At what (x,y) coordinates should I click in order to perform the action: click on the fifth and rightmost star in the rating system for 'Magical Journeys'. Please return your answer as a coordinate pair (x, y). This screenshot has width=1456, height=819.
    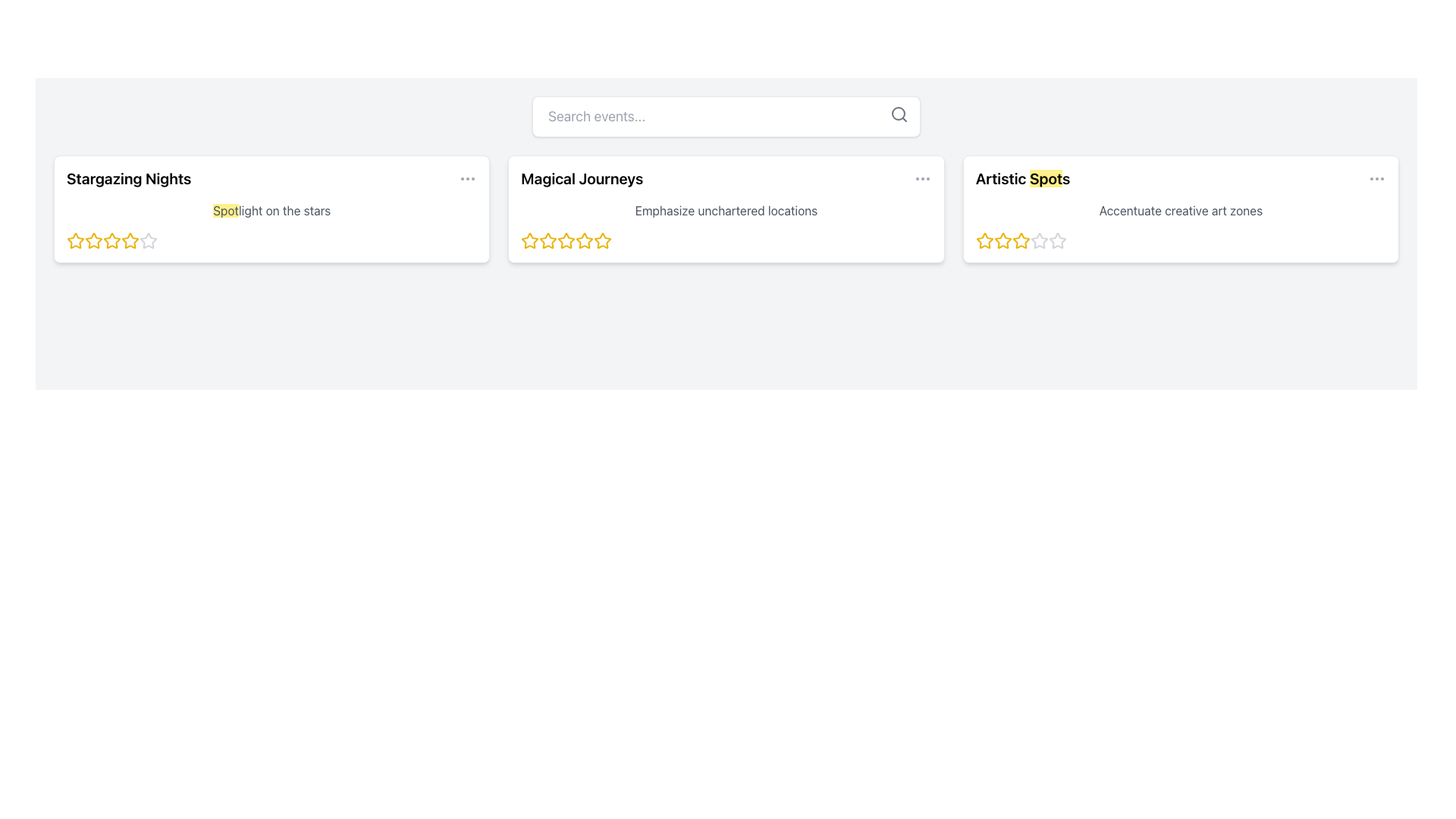
    Looking at the image, I should click on (602, 240).